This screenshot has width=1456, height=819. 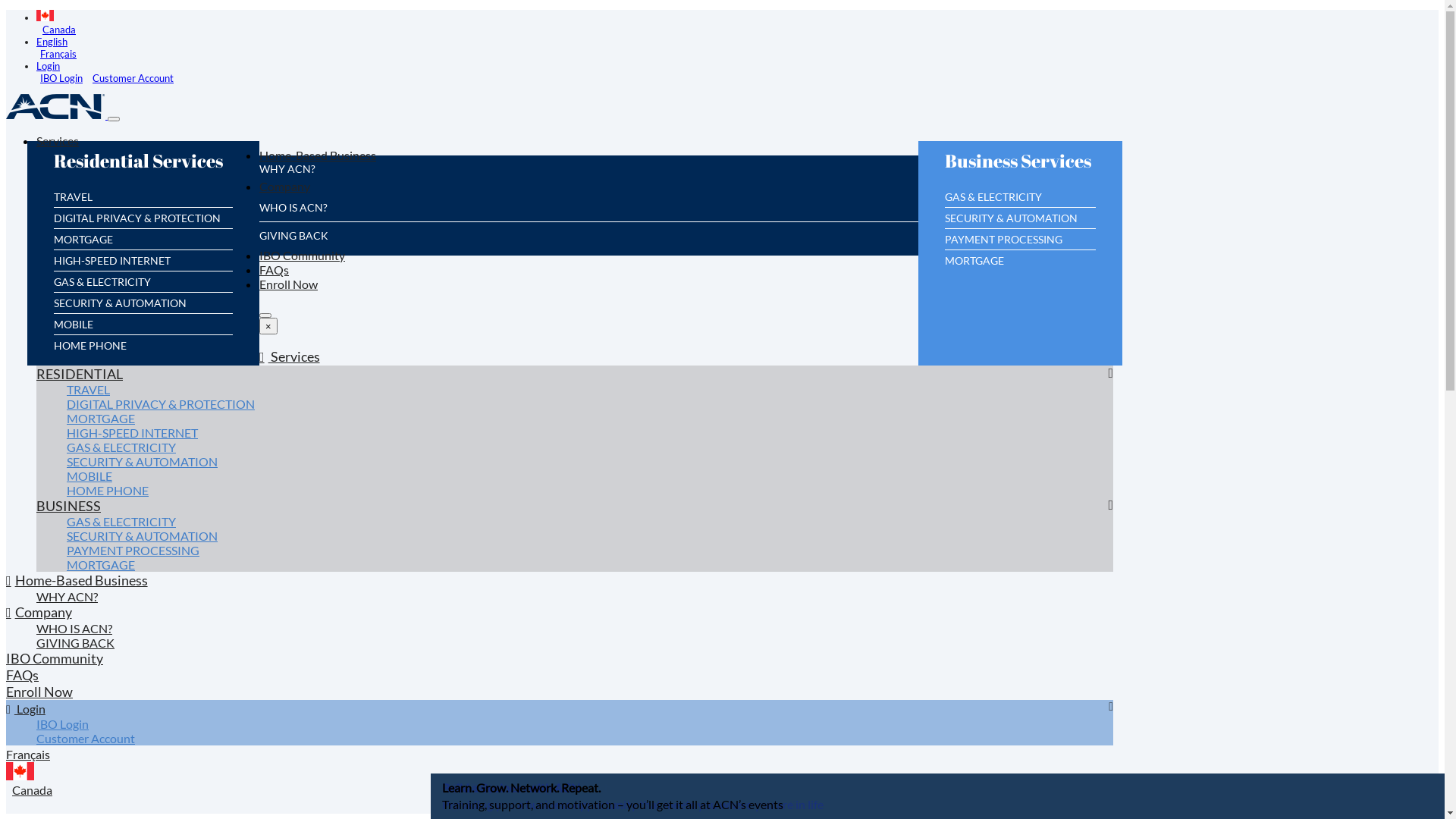 I want to click on 'Home-Based Business', so click(x=76, y=585).